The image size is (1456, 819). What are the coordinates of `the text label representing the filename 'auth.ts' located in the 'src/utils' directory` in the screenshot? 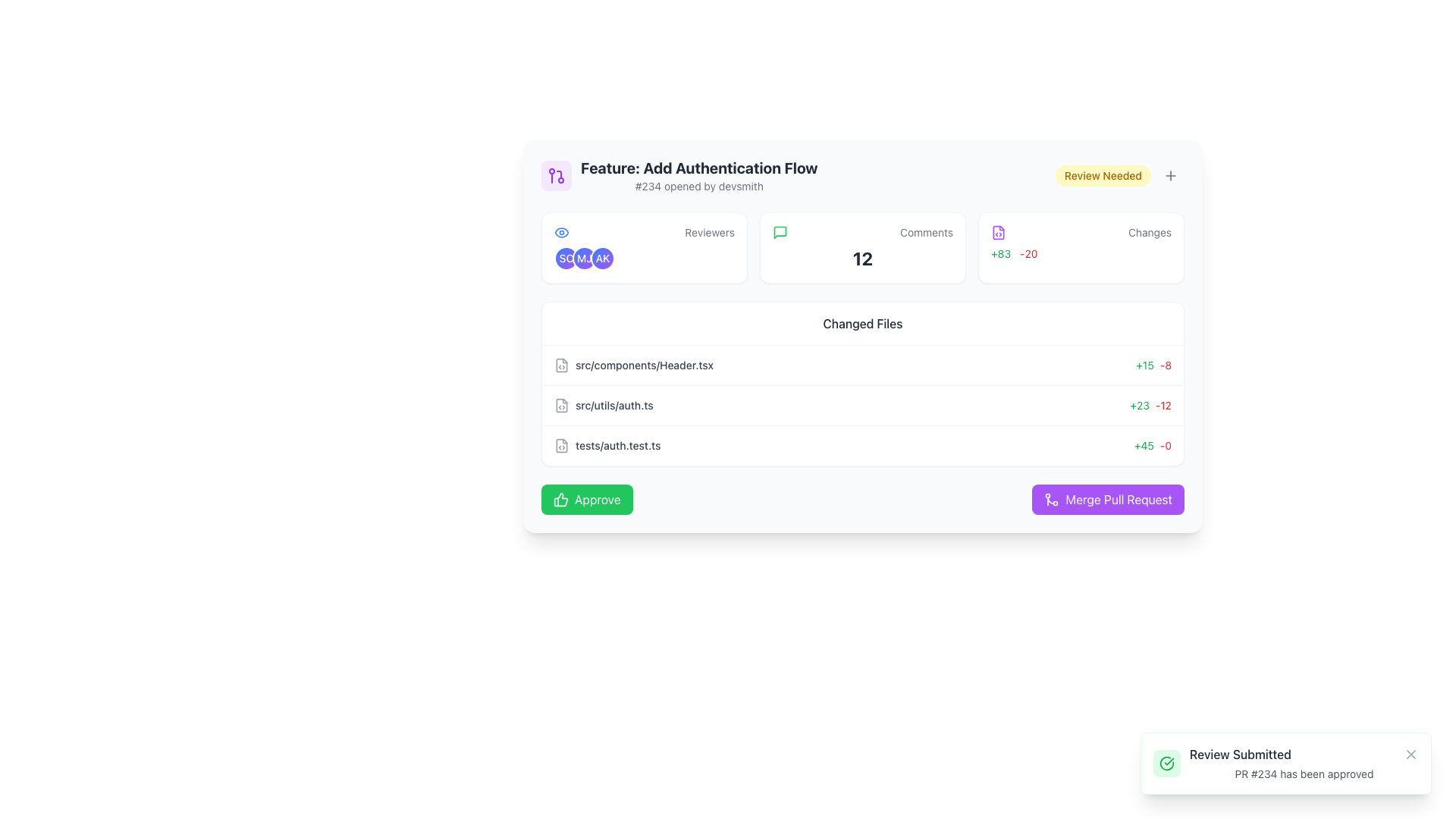 It's located at (614, 405).